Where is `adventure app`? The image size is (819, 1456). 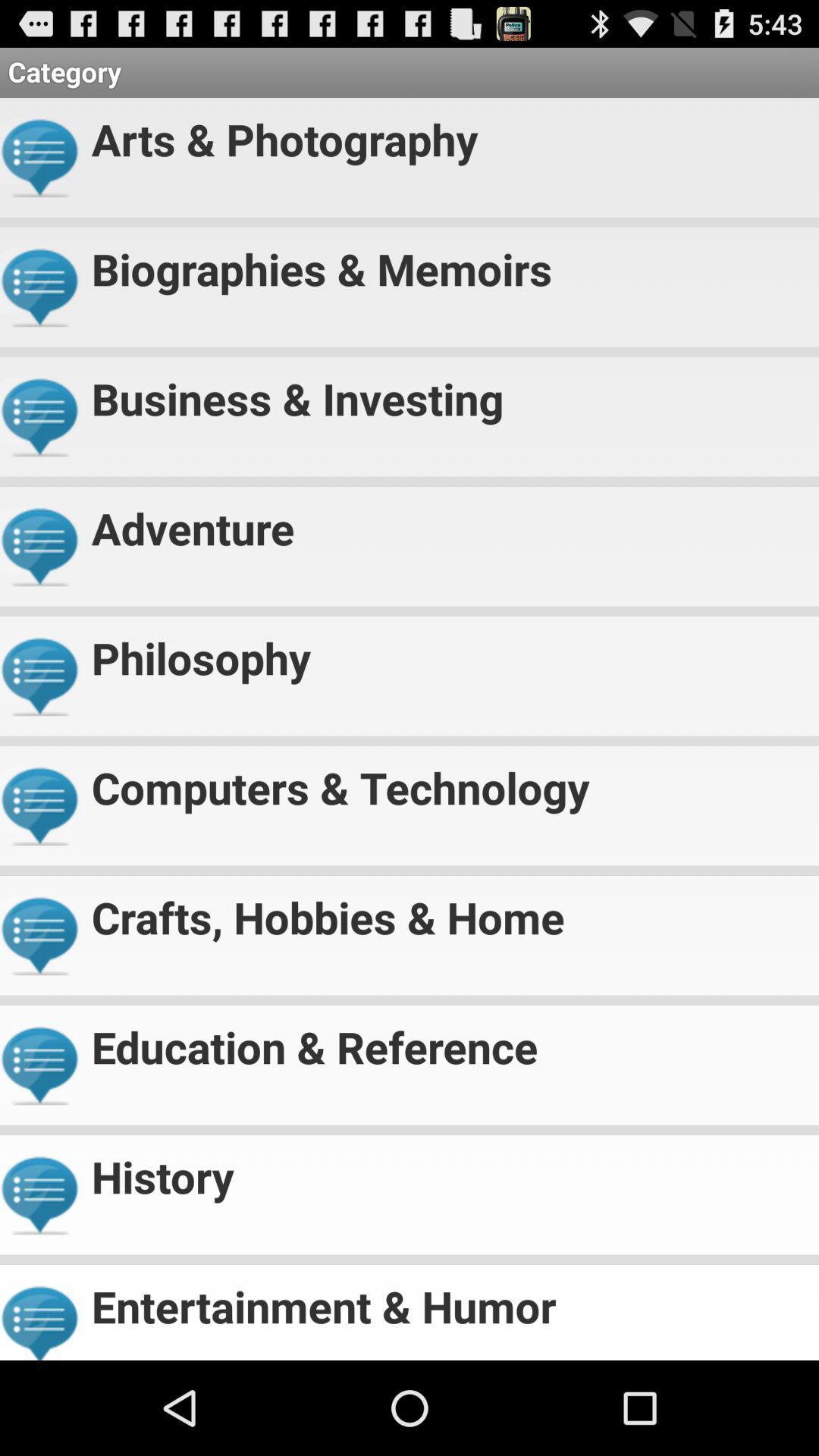 adventure app is located at coordinates (448, 522).